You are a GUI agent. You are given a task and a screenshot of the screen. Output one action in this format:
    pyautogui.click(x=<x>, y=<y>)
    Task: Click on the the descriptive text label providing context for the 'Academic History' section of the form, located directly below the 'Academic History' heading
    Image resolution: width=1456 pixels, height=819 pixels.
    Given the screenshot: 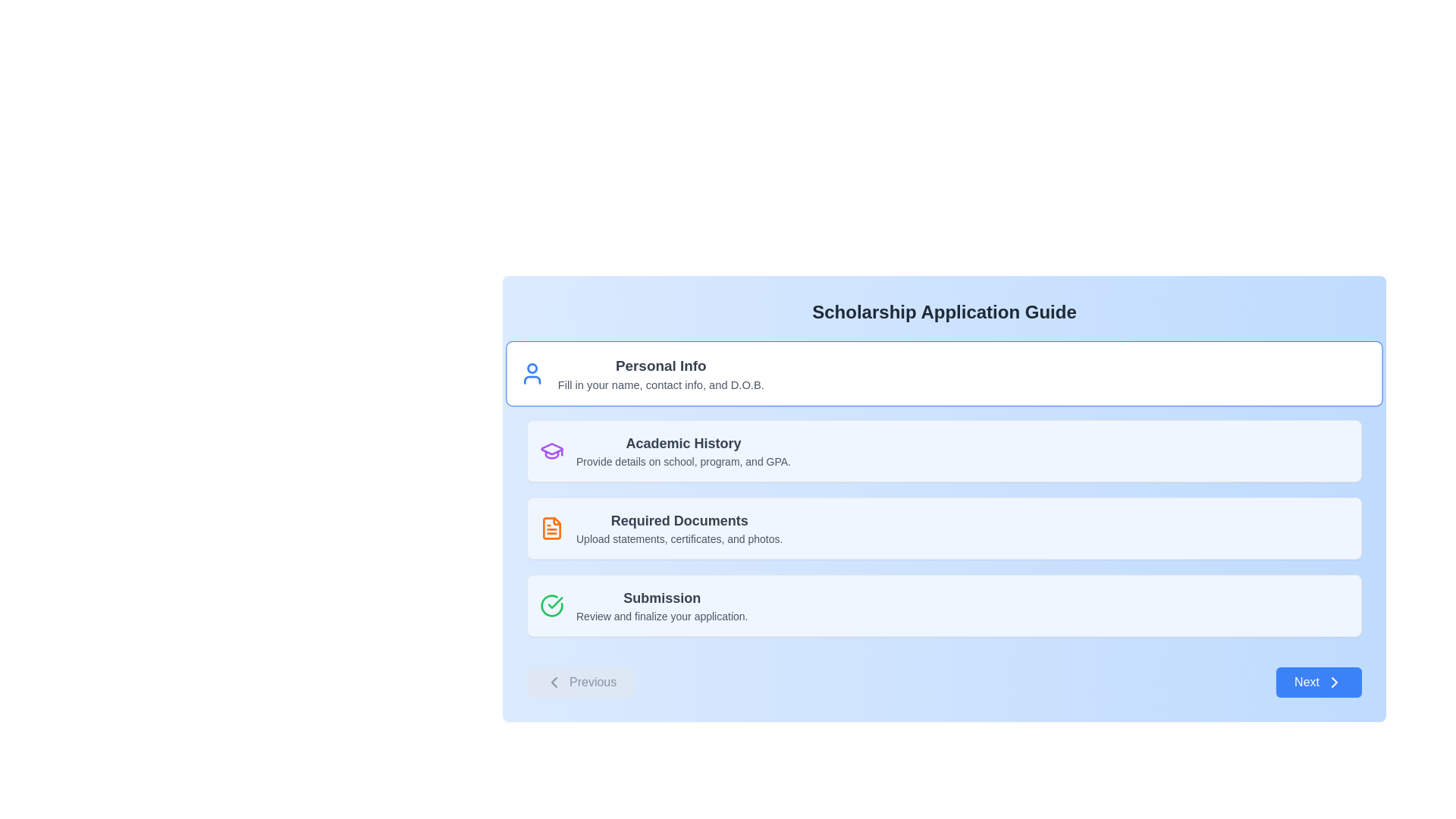 What is the action you would take?
    pyautogui.click(x=682, y=461)
    